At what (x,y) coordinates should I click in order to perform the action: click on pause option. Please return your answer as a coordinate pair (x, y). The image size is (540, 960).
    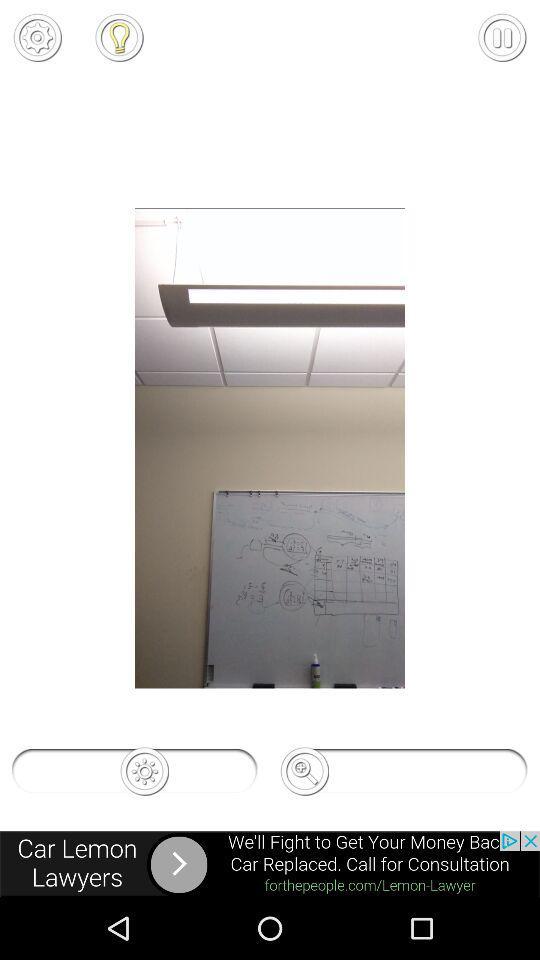
    Looking at the image, I should click on (501, 36).